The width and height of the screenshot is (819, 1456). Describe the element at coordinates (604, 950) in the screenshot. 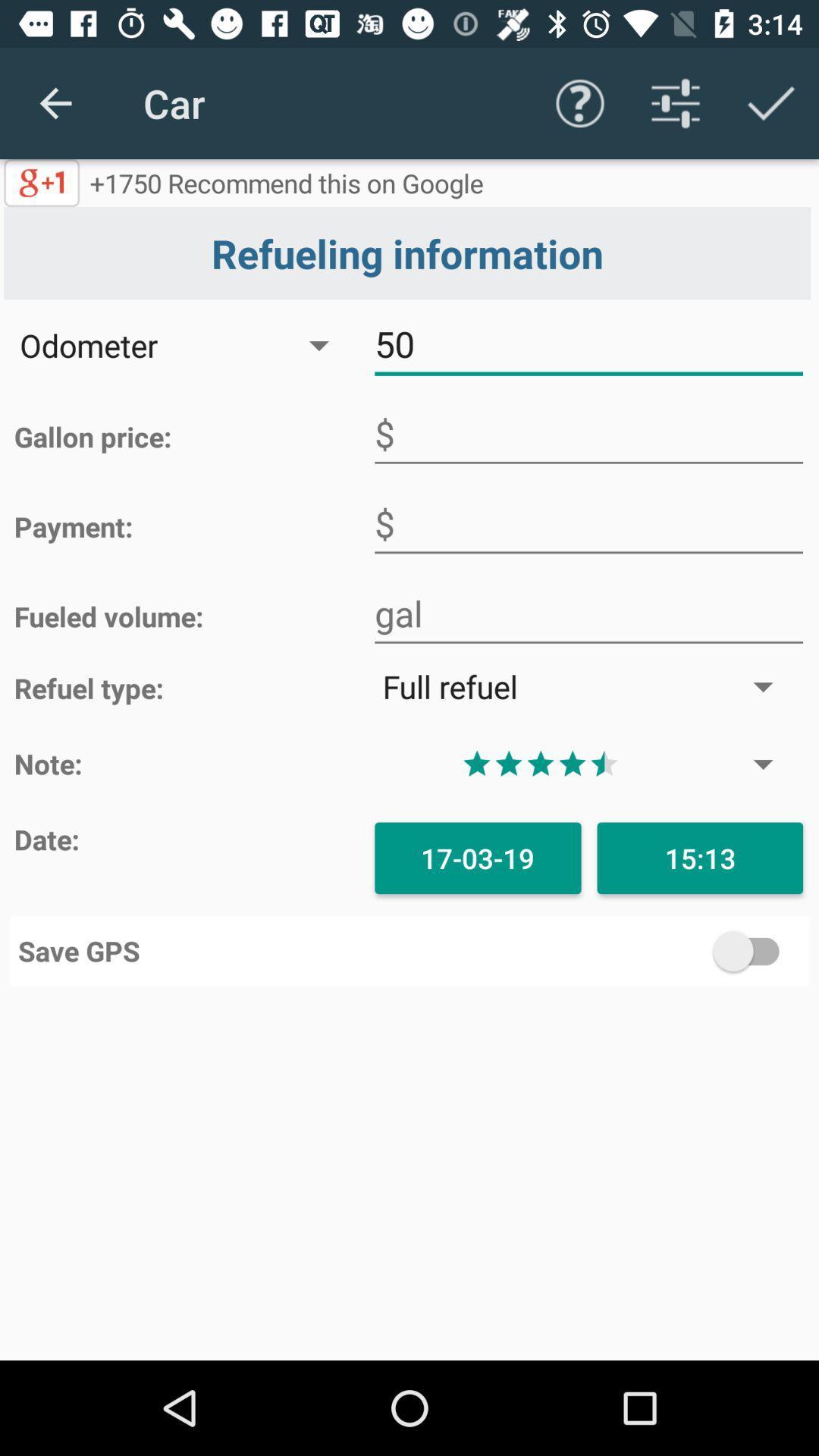

I see `save` at that location.